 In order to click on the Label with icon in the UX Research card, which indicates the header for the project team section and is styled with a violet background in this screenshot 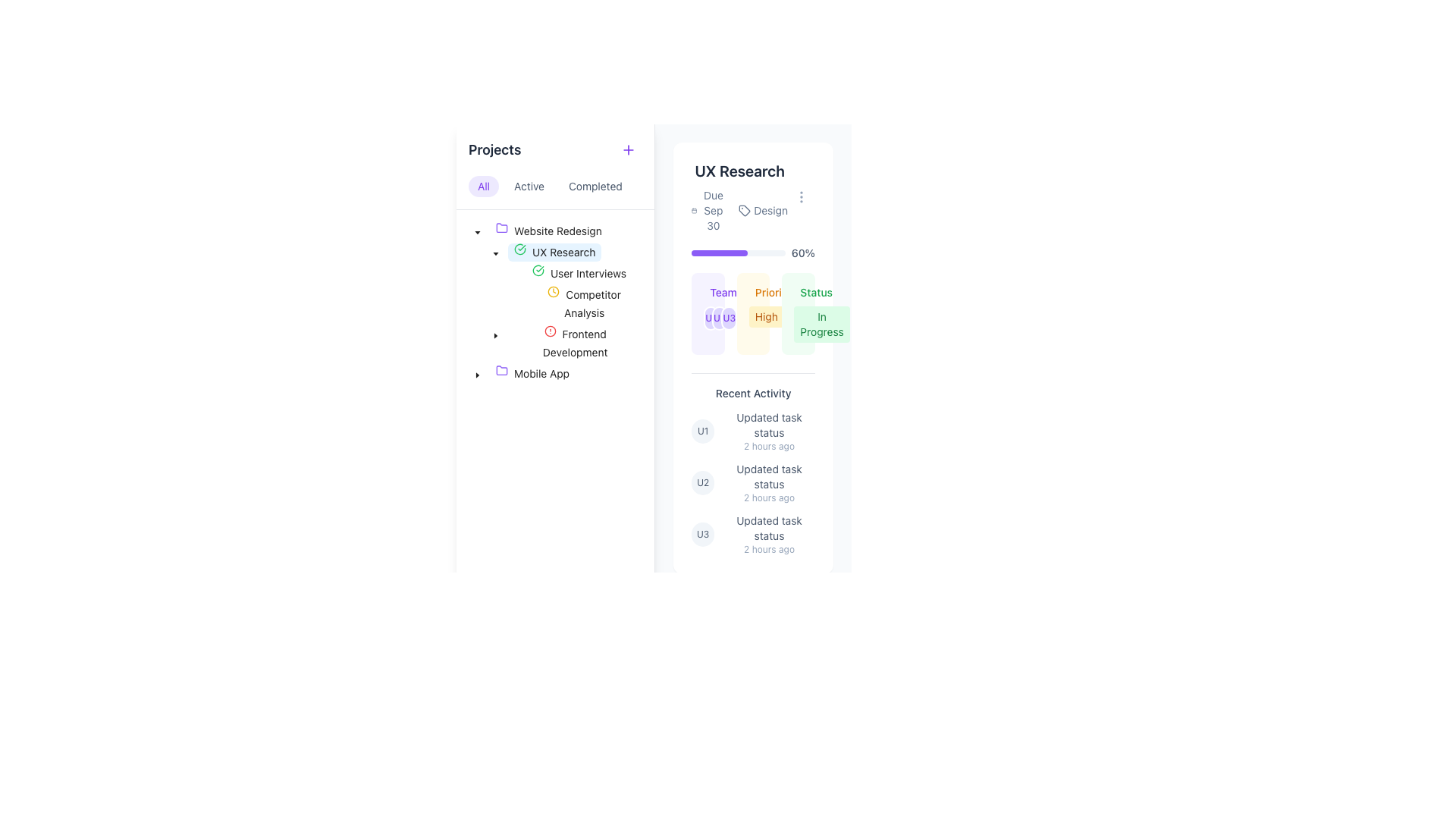, I will do `click(708, 292)`.